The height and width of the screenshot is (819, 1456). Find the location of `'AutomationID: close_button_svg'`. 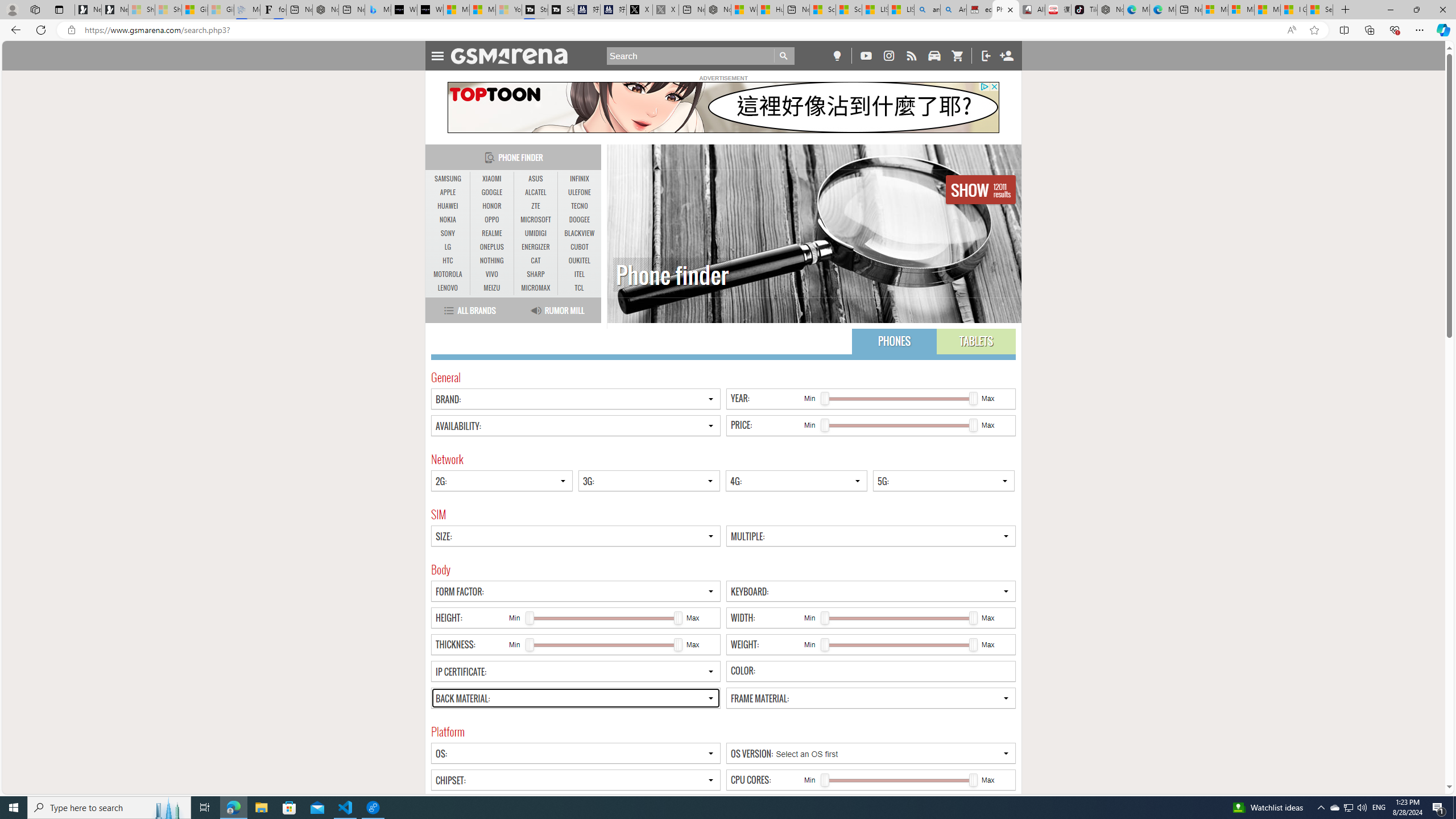

'AutomationID: close_button_svg' is located at coordinates (994, 86).